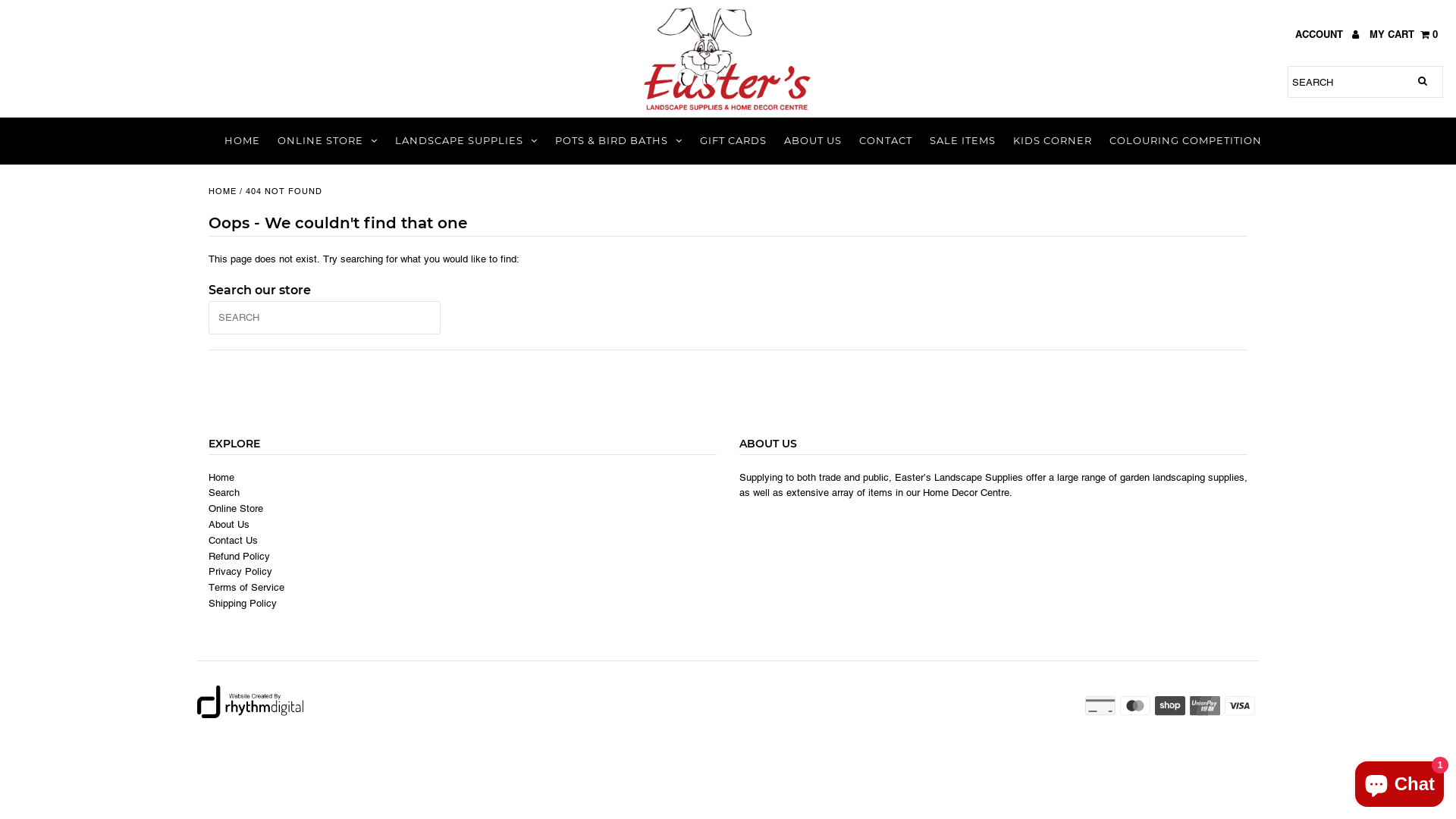 The image size is (1456, 819). What do you see at coordinates (207, 523) in the screenshot?
I see `'About Us'` at bounding box center [207, 523].